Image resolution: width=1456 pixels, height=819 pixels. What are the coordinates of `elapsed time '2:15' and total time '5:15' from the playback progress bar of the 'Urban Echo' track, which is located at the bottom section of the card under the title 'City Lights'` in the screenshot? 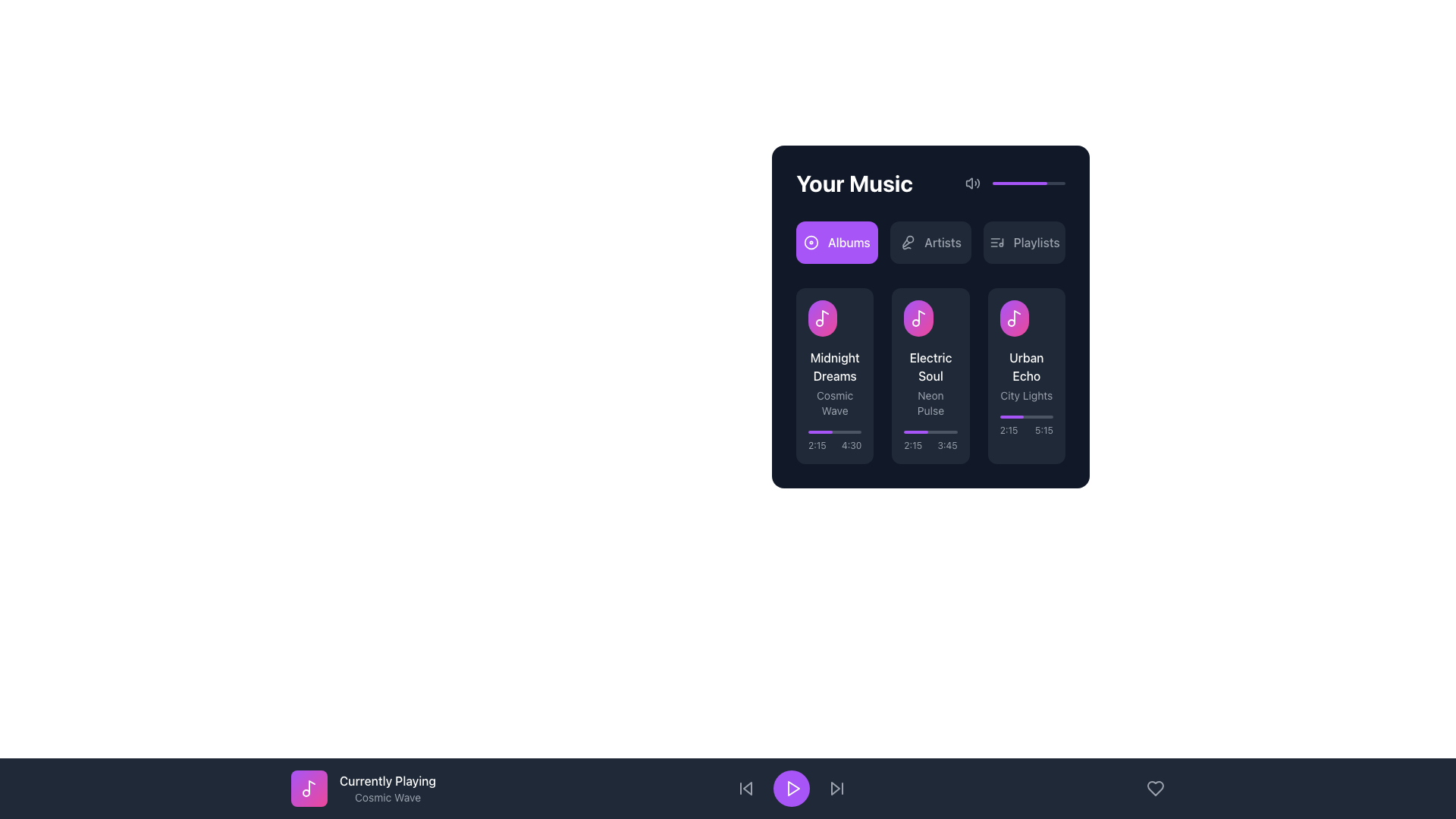 It's located at (1026, 426).